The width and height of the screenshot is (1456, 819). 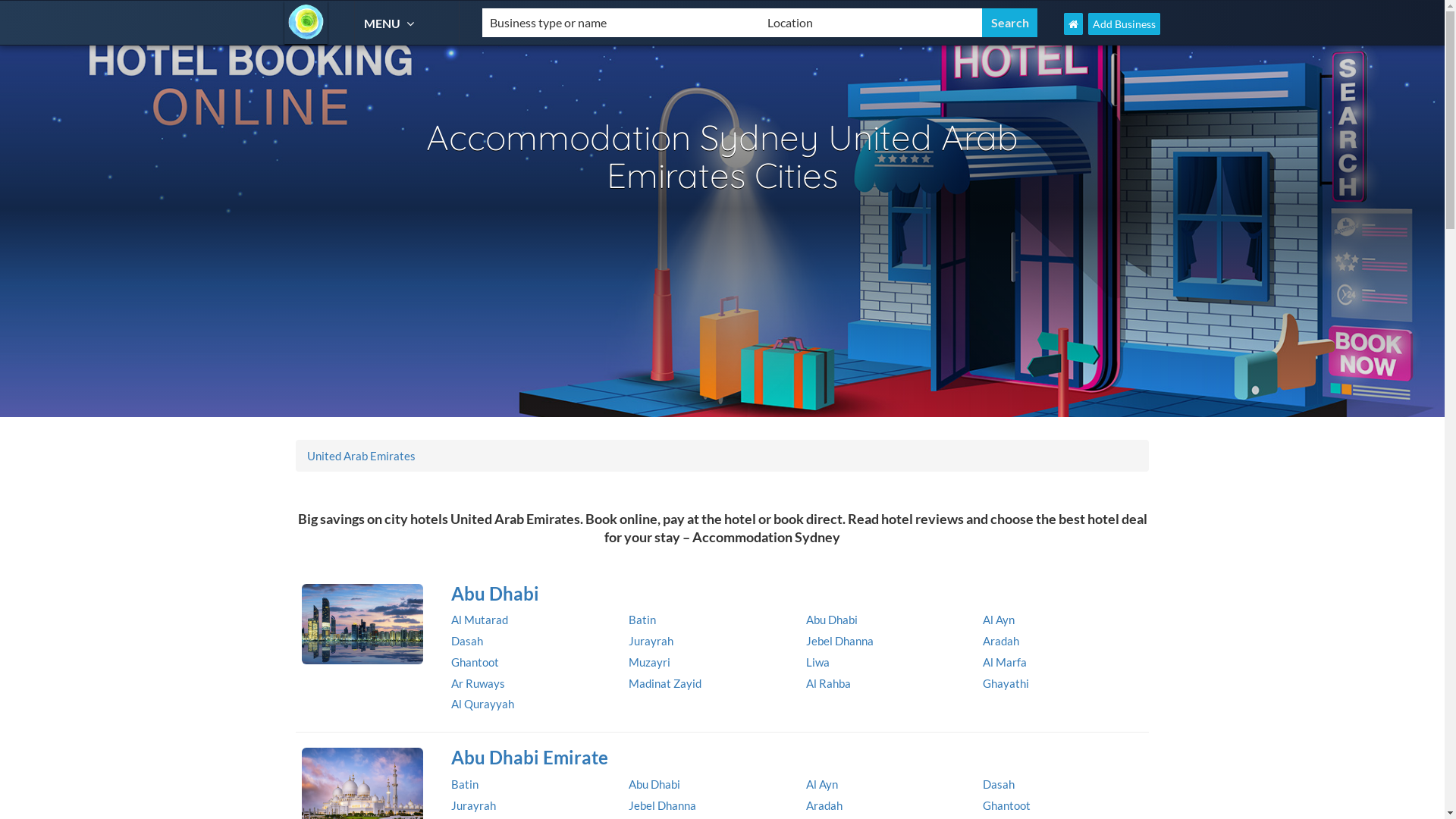 What do you see at coordinates (1124, 24) in the screenshot?
I see `'Add Business'` at bounding box center [1124, 24].